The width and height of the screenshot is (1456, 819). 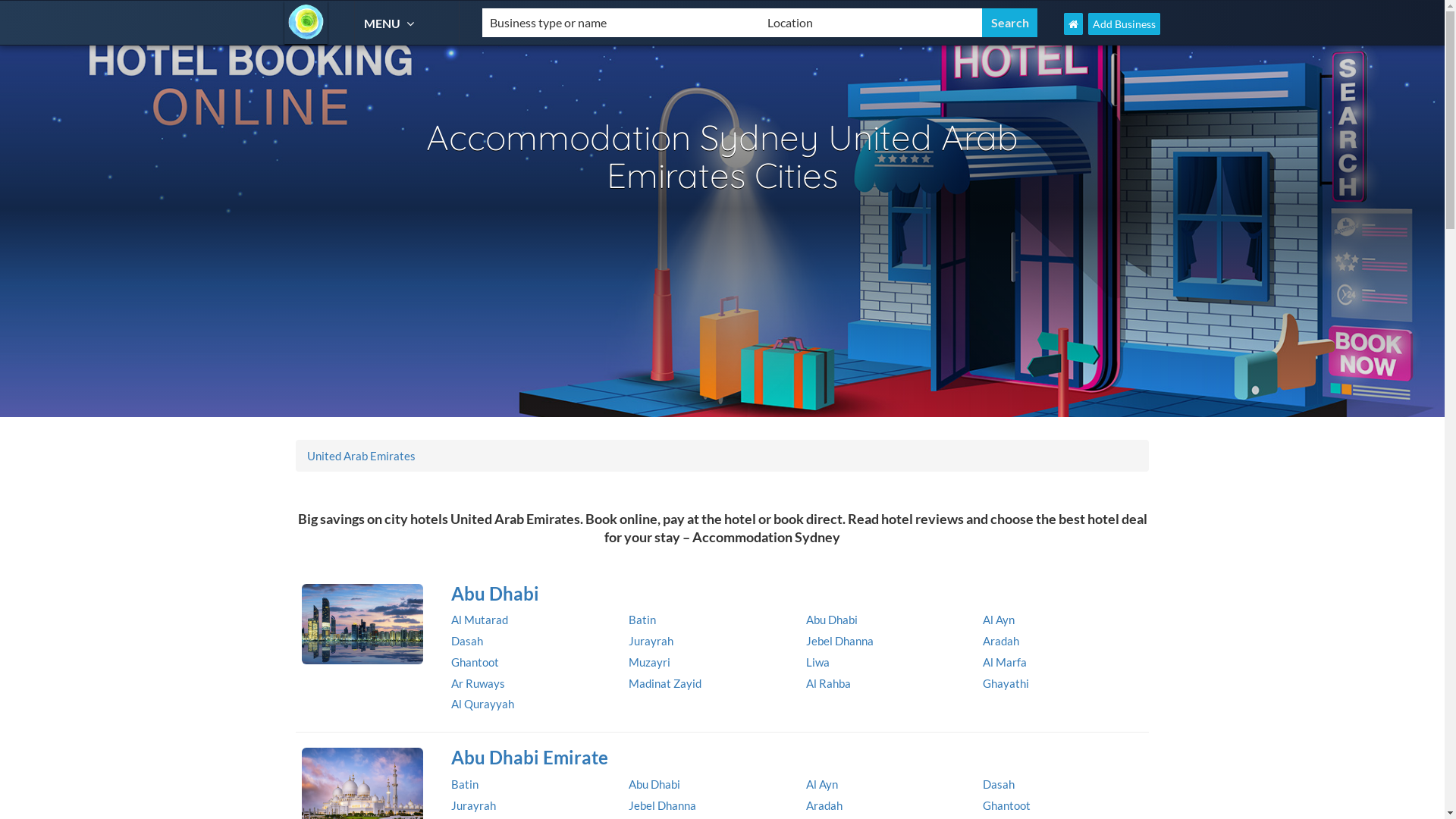 What do you see at coordinates (1124, 24) in the screenshot?
I see `'Add Business'` at bounding box center [1124, 24].